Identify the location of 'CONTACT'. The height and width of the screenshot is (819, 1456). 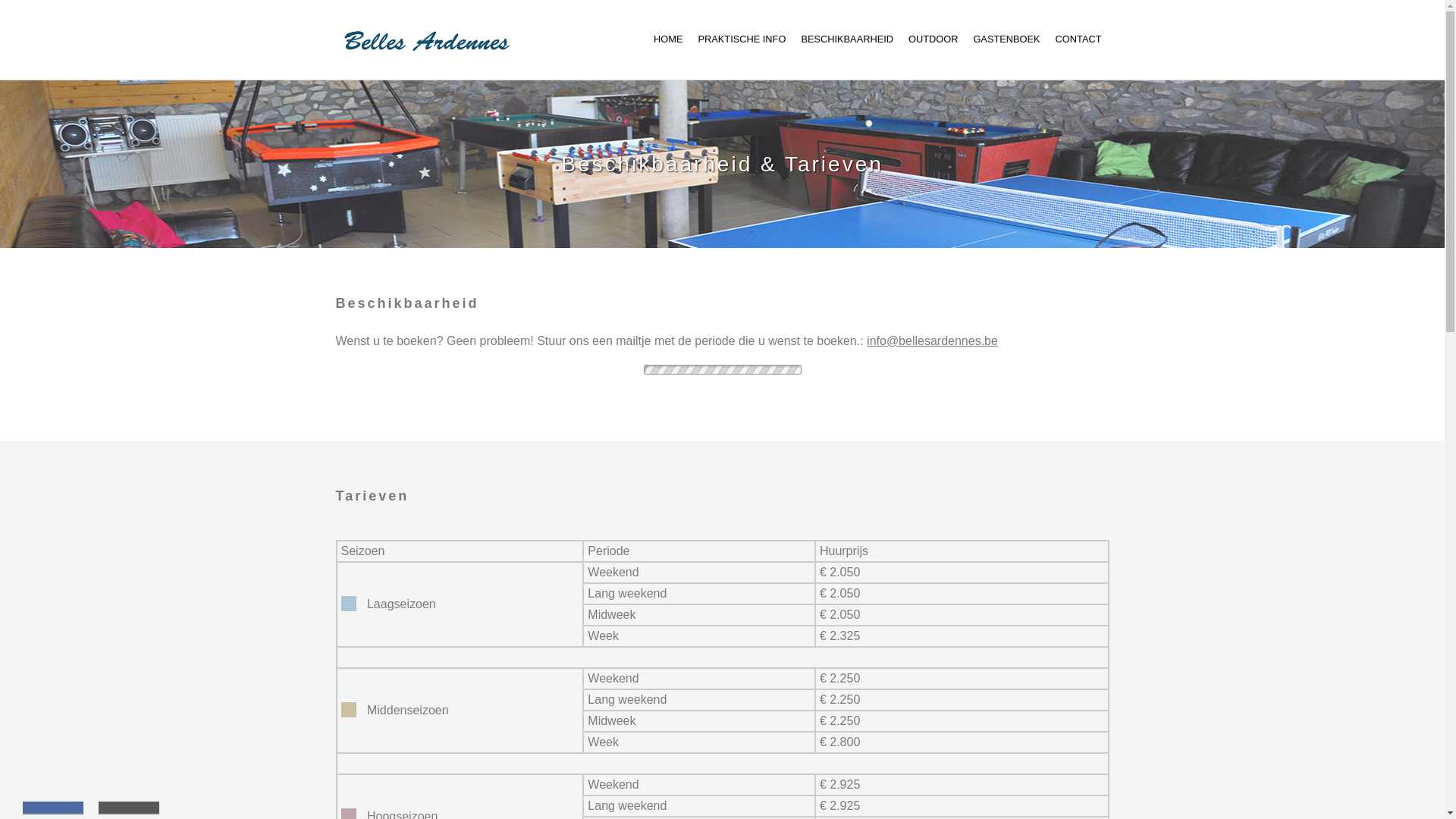
(1055, 38).